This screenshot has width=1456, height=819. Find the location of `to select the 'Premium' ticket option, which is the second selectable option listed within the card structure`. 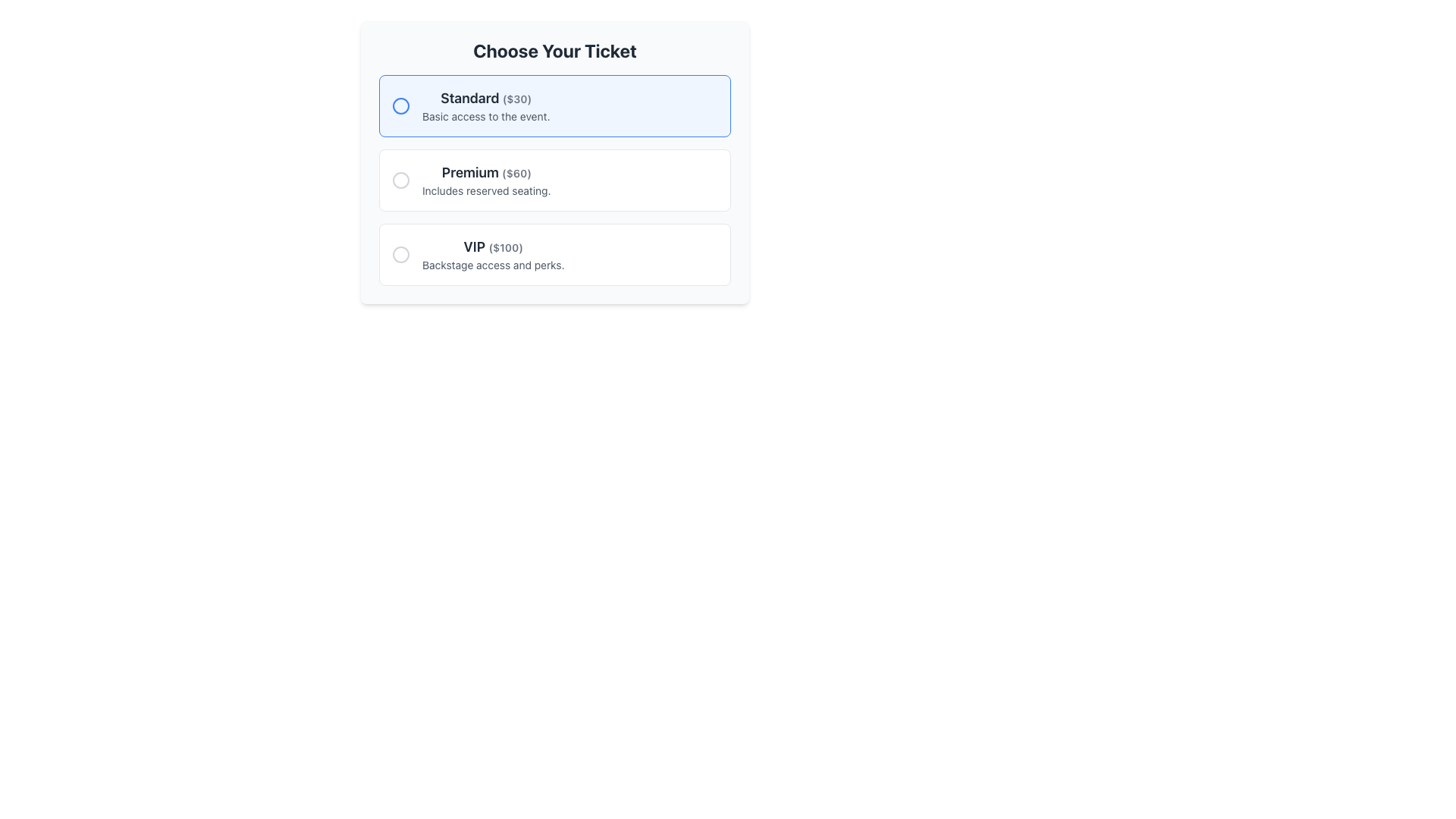

to select the 'Premium' ticket option, which is the second selectable option listed within the card structure is located at coordinates (554, 162).